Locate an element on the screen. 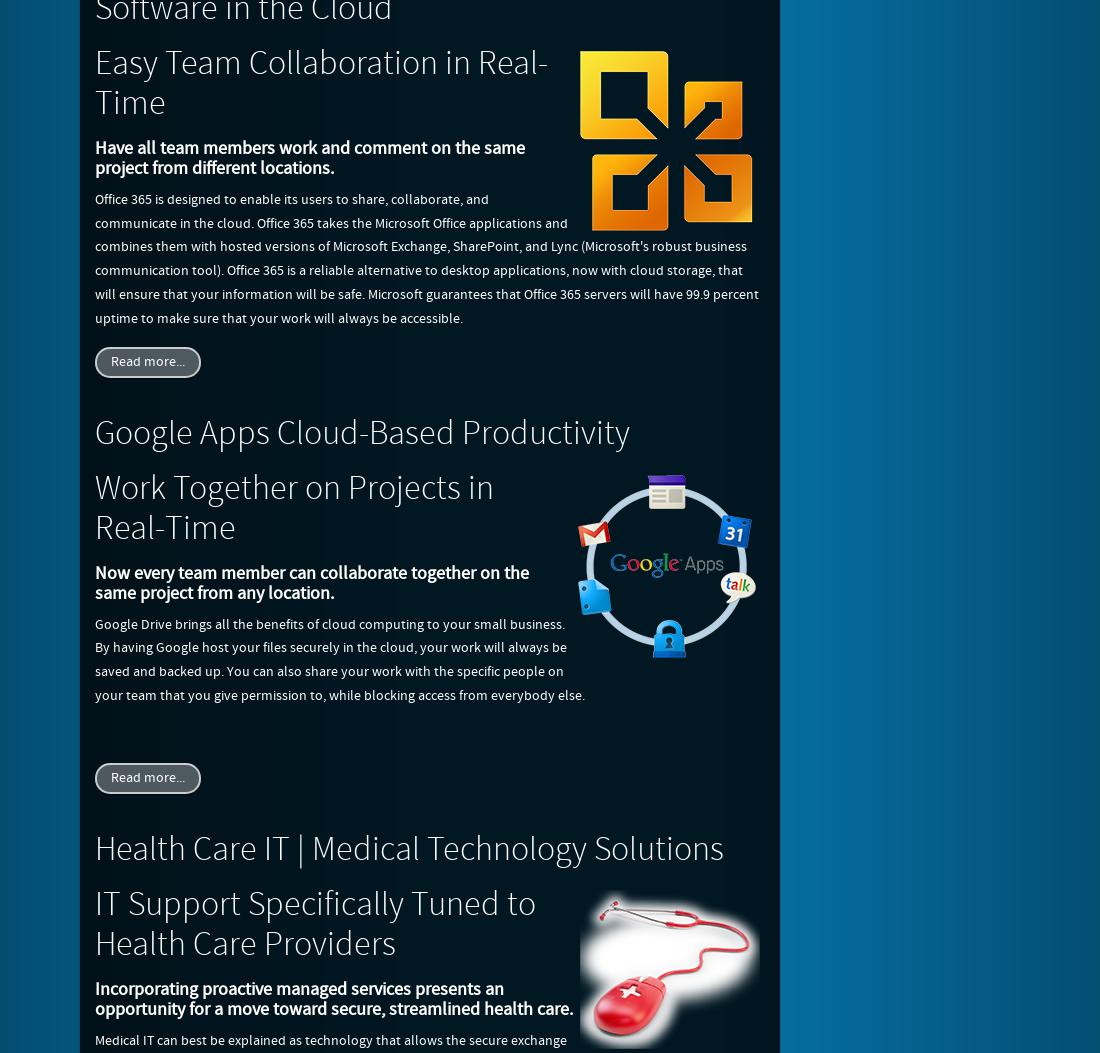  'Incorporating proactive managed services presents an opportunity for a move toward secure, streamlined health care.' is located at coordinates (332, 998).